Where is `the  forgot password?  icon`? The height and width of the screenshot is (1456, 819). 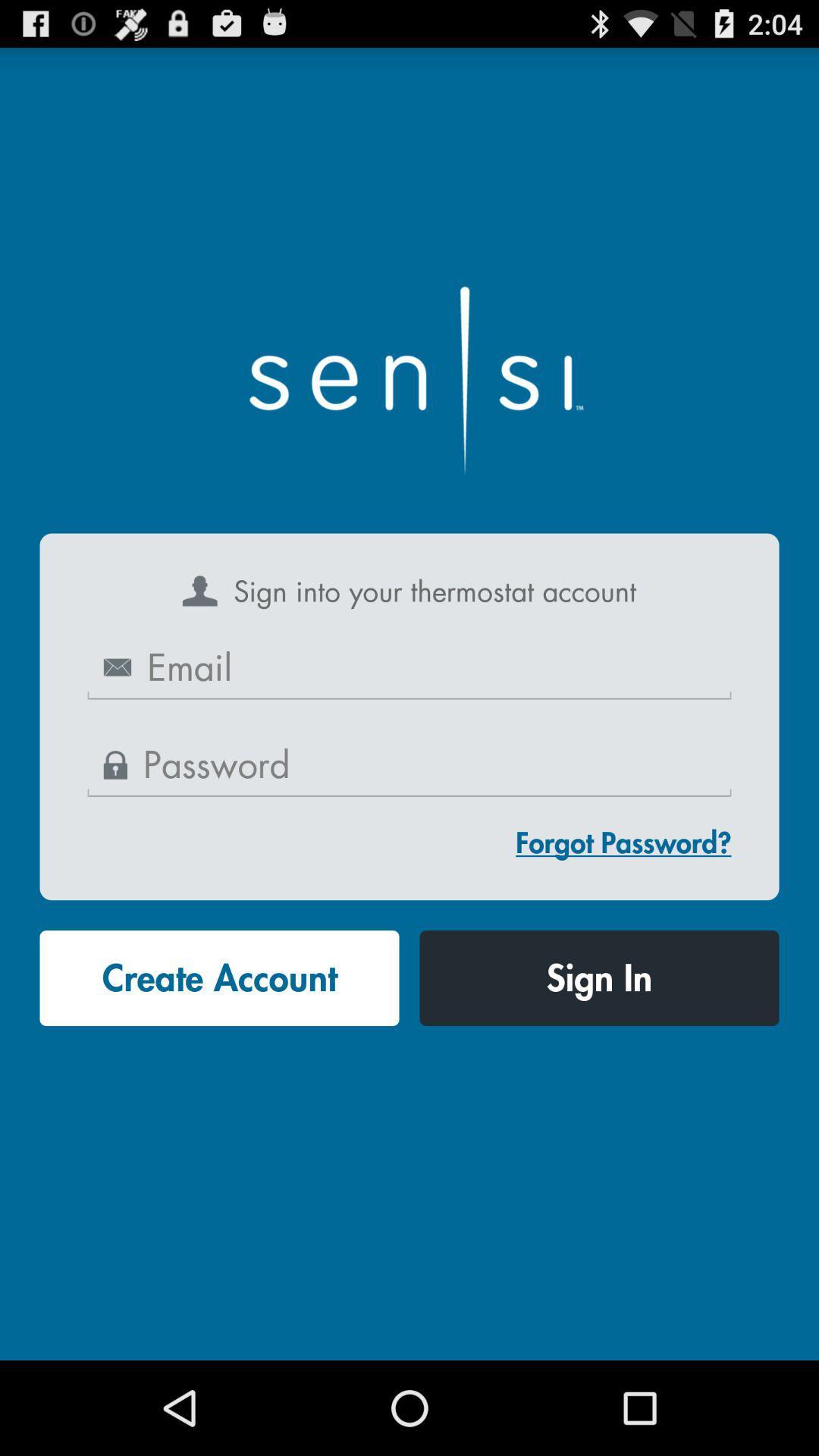 the  forgot password?  icon is located at coordinates (623, 842).